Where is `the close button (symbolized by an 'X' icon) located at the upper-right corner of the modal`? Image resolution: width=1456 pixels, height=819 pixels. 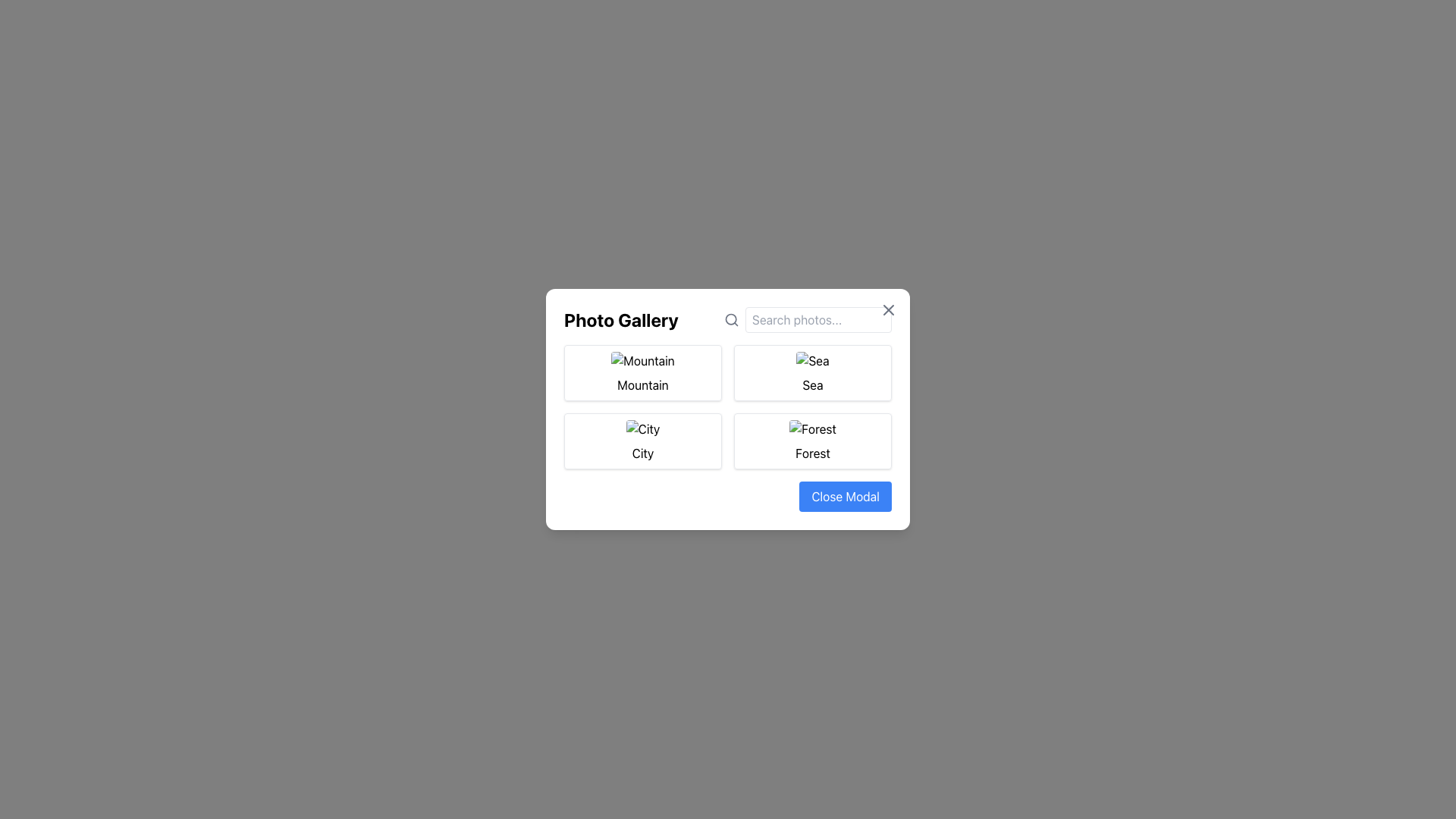 the close button (symbolized by an 'X' icon) located at the upper-right corner of the modal is located at coordinates (888, 309).